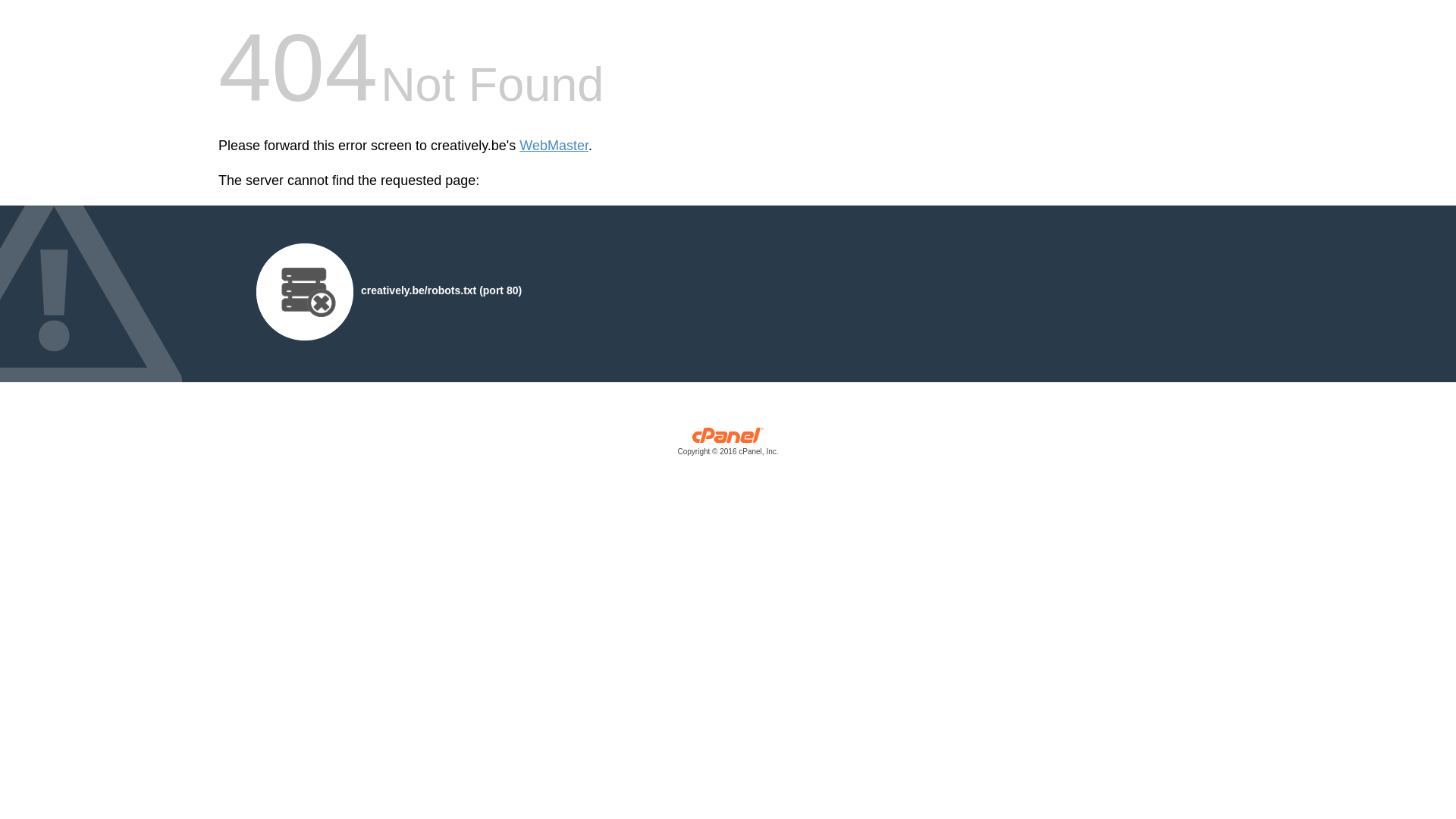 Image resolution: width=1456 pixels, height=819 pixels. What do you see at coordinates (553, 146) in the screenshot?
I see `'WebMaster'` at bounding box center [553, 146].